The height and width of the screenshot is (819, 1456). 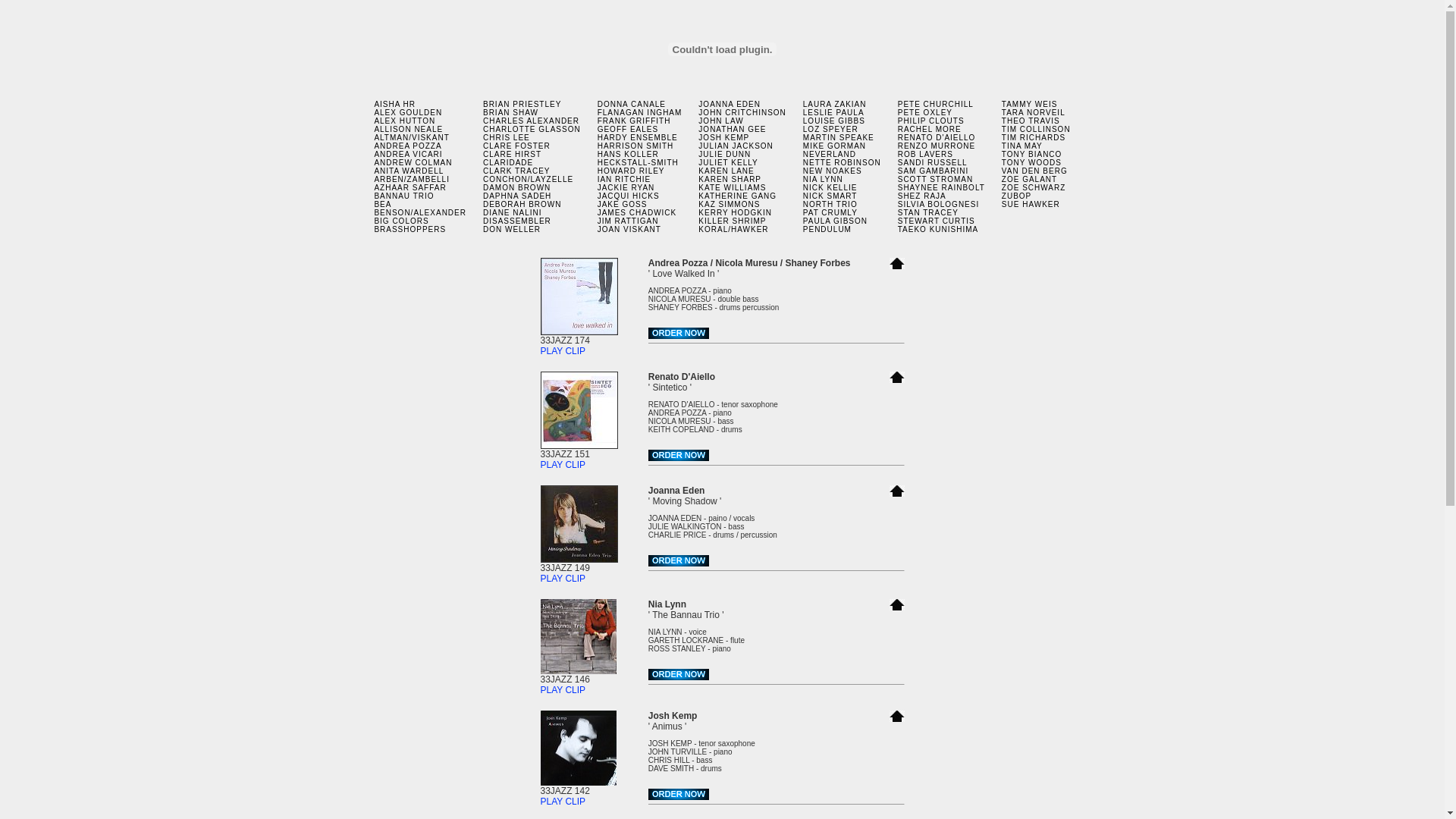 I want to click on 'NORTH TRIO', so click(x=829, y=203).